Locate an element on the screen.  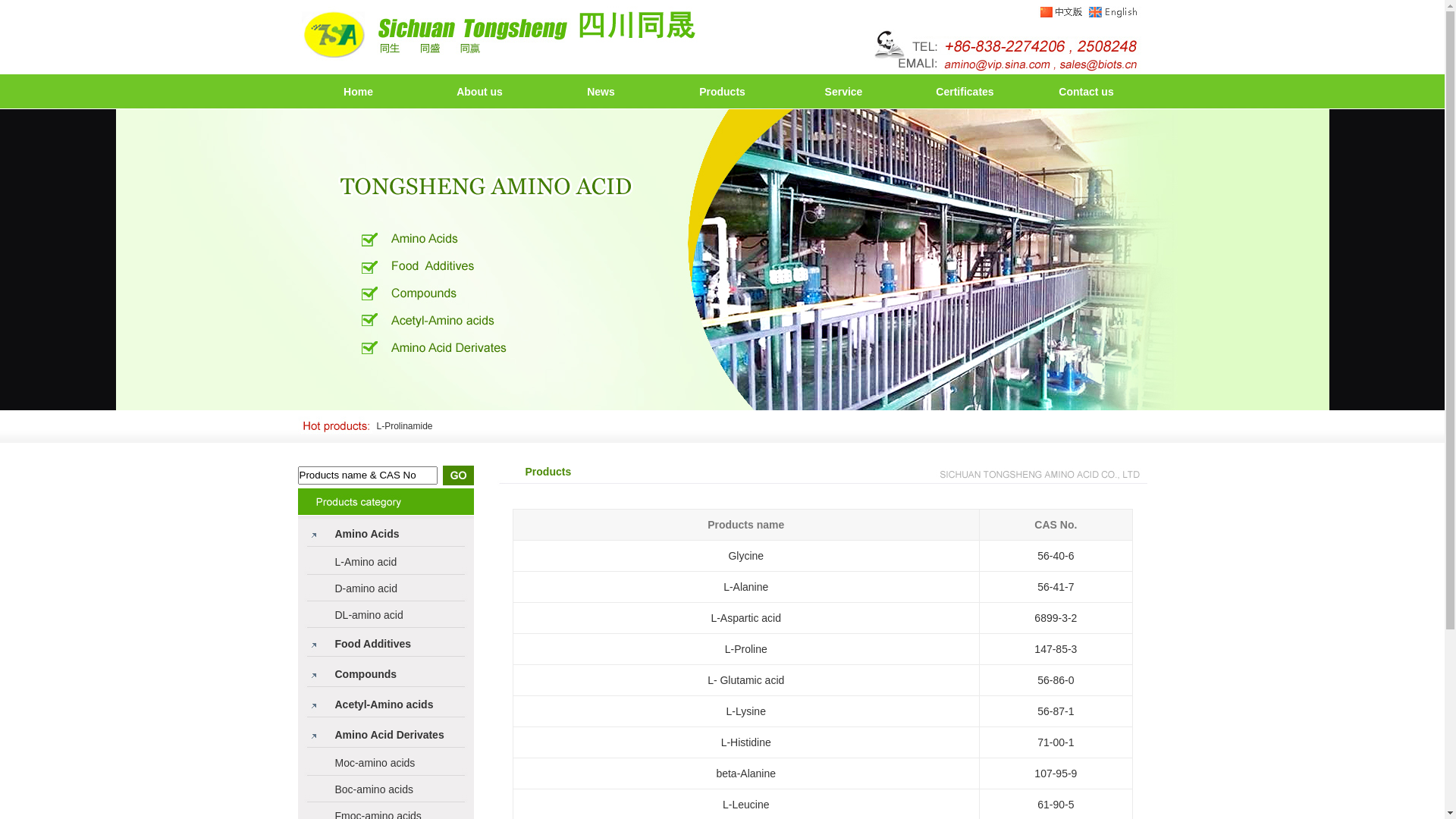
'L-Lysine' is located at coordinates (745, 711).